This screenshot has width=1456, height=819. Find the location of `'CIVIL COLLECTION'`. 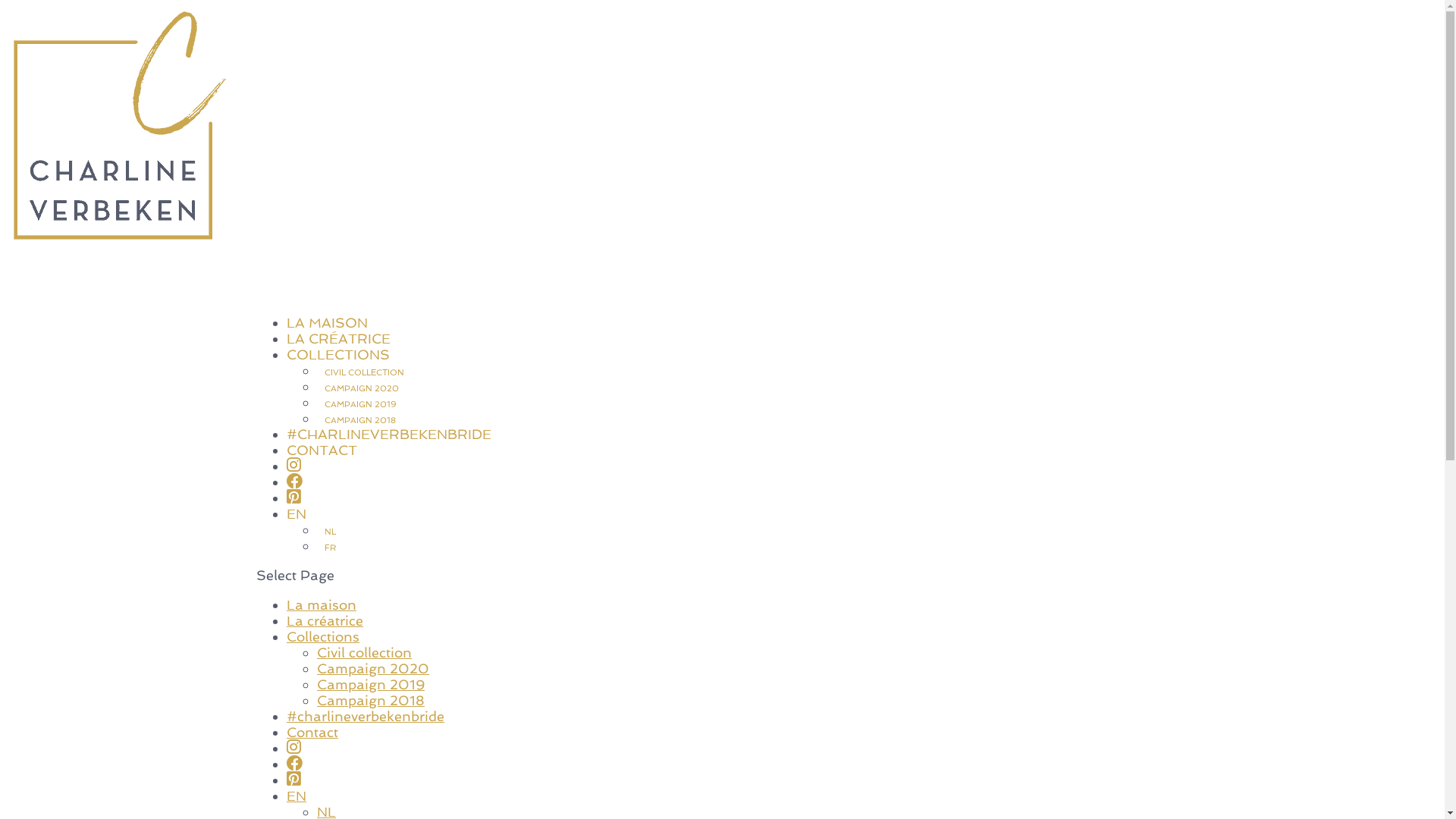

'CIVIL COLLECTION' is located at coordinates (364, 372).